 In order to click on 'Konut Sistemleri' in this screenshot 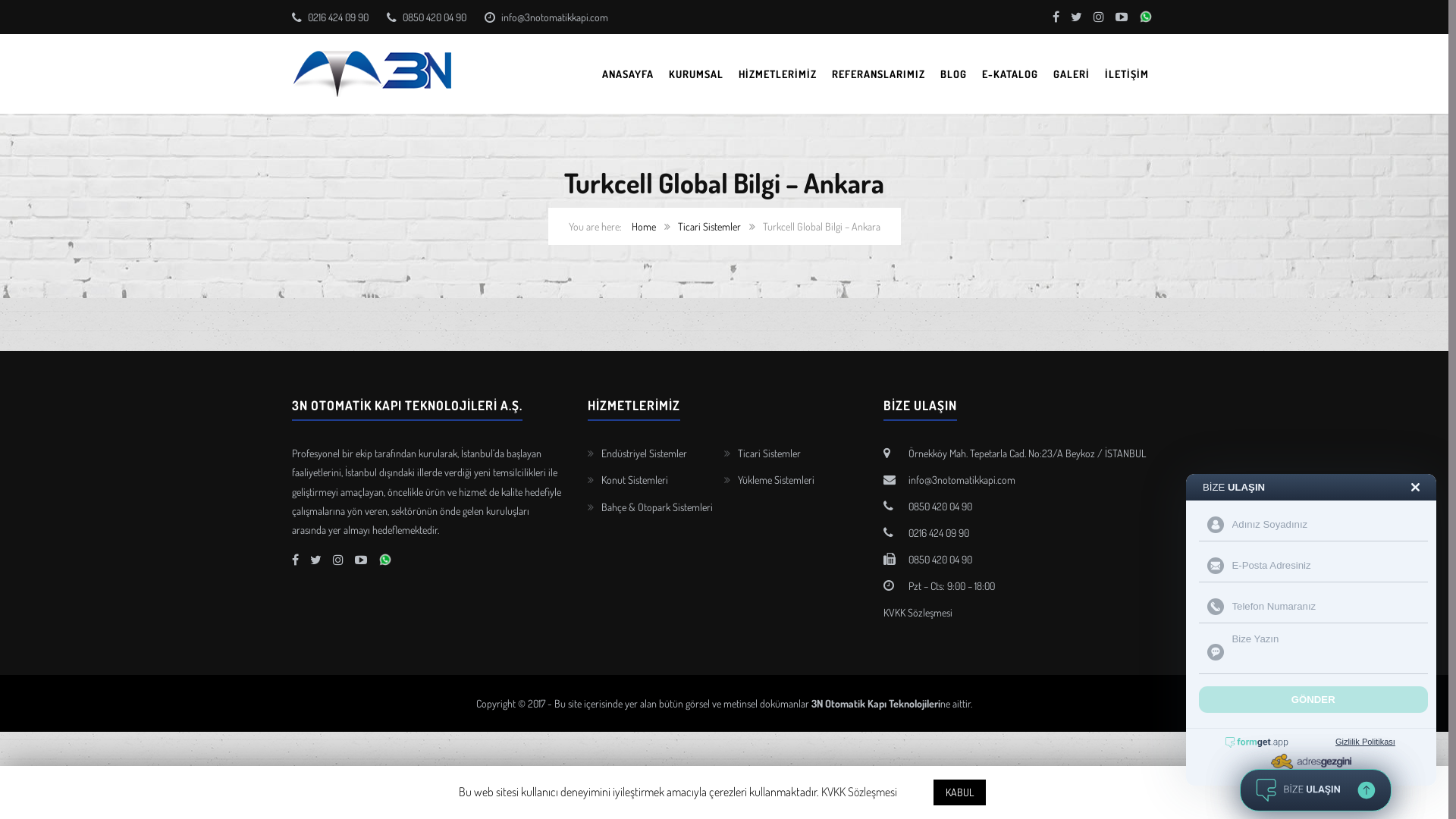, I will do `click(634, 479)`.